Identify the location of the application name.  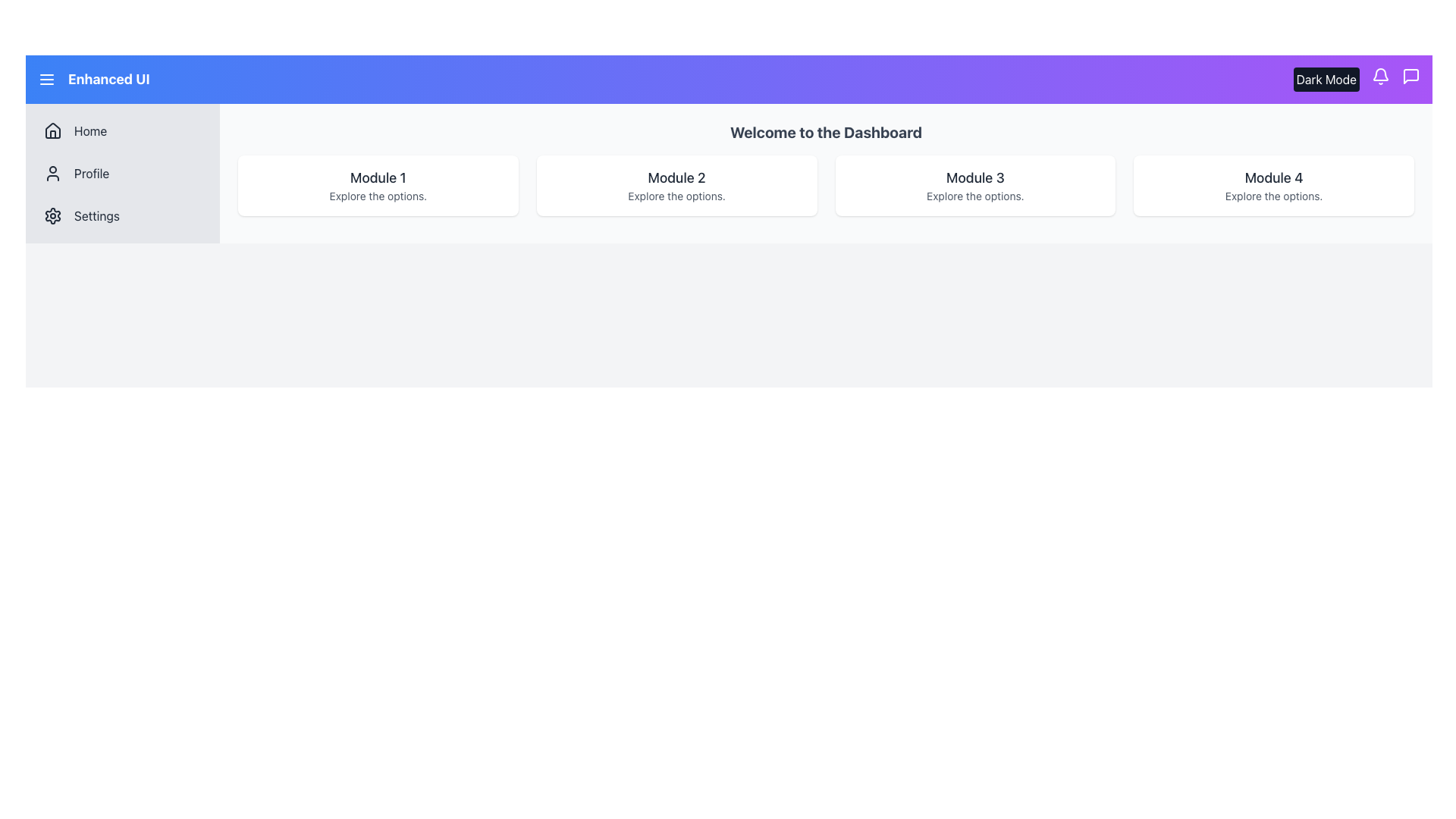
(108, 79).